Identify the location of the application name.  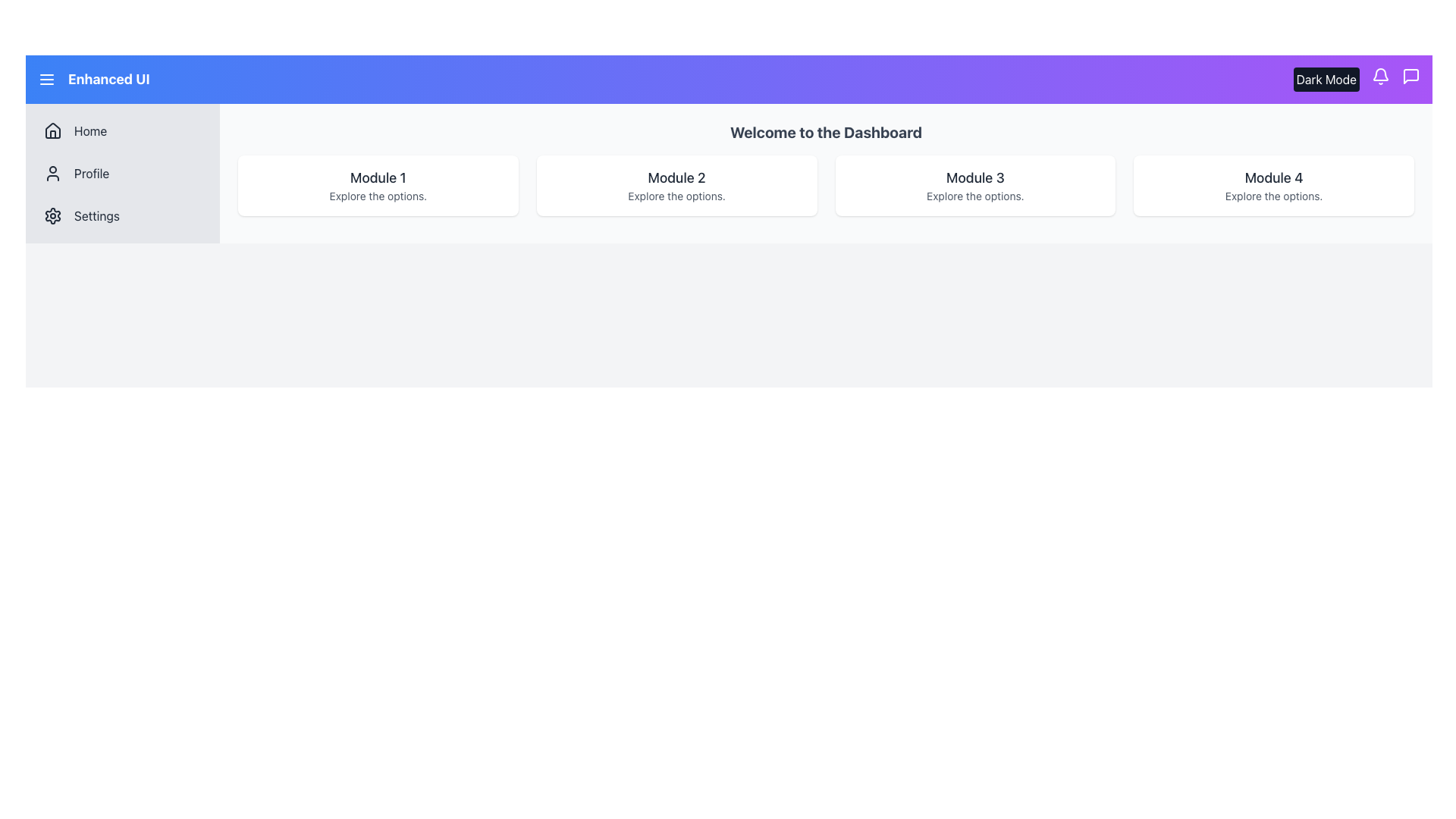
(108, 79).